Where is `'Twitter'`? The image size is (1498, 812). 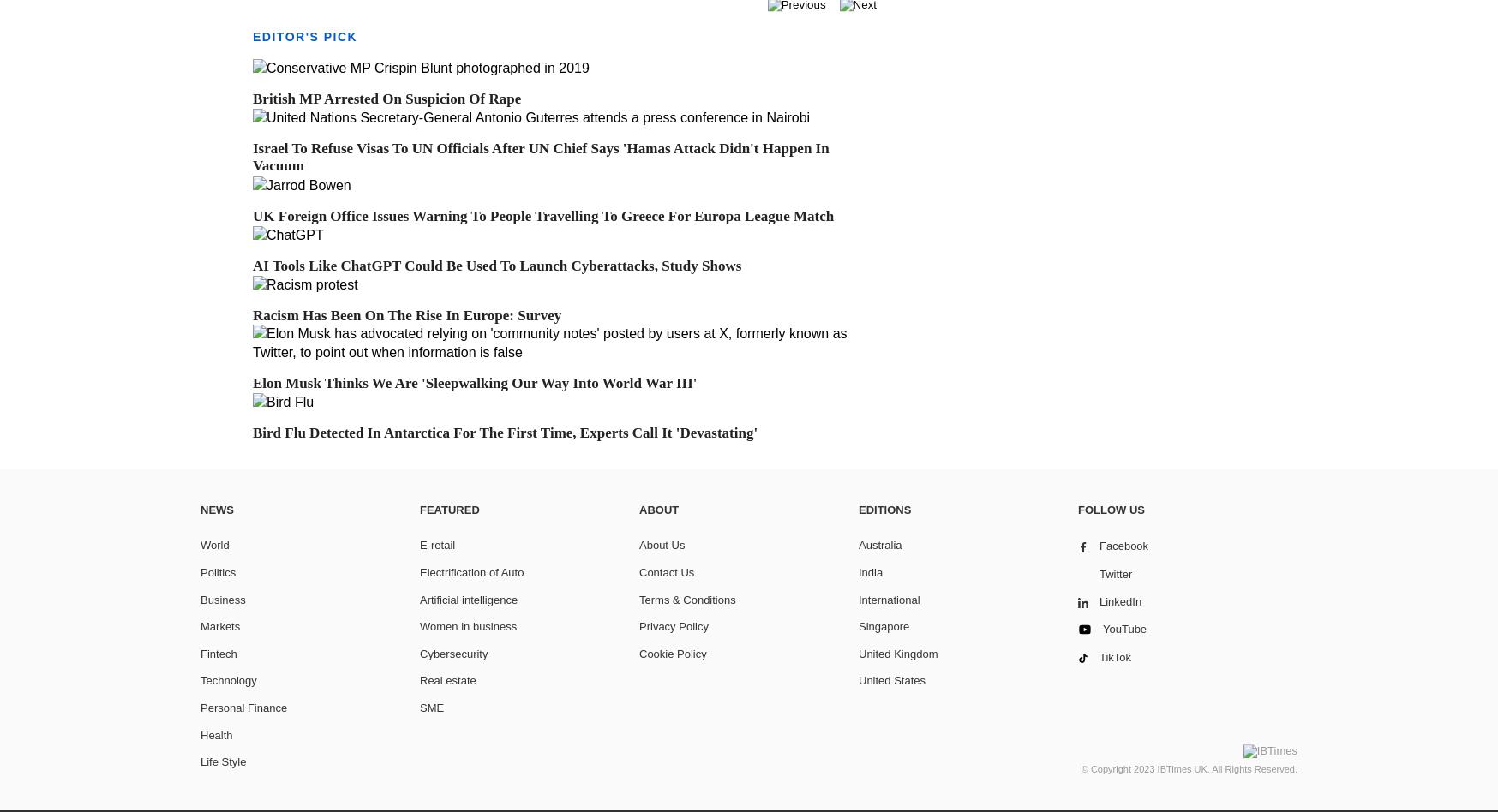 'Twitter' is located at coordinates (1100, 572).